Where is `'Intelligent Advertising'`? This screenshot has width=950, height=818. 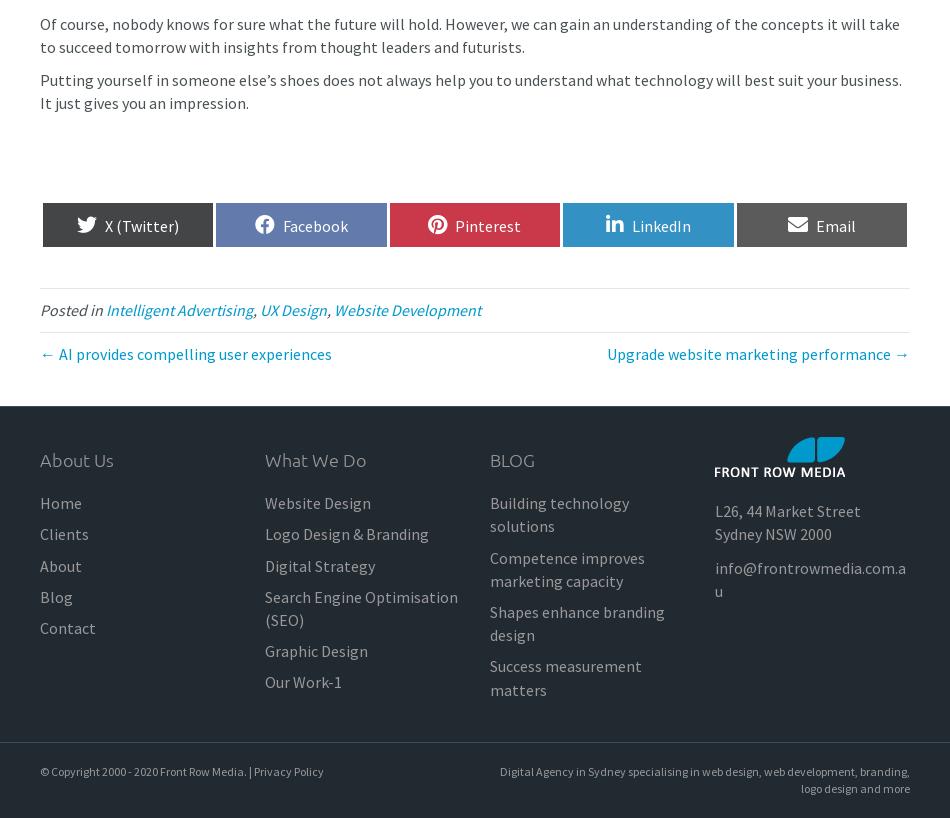 'Intelligent Advertising' is located at coordinates (179, 308).